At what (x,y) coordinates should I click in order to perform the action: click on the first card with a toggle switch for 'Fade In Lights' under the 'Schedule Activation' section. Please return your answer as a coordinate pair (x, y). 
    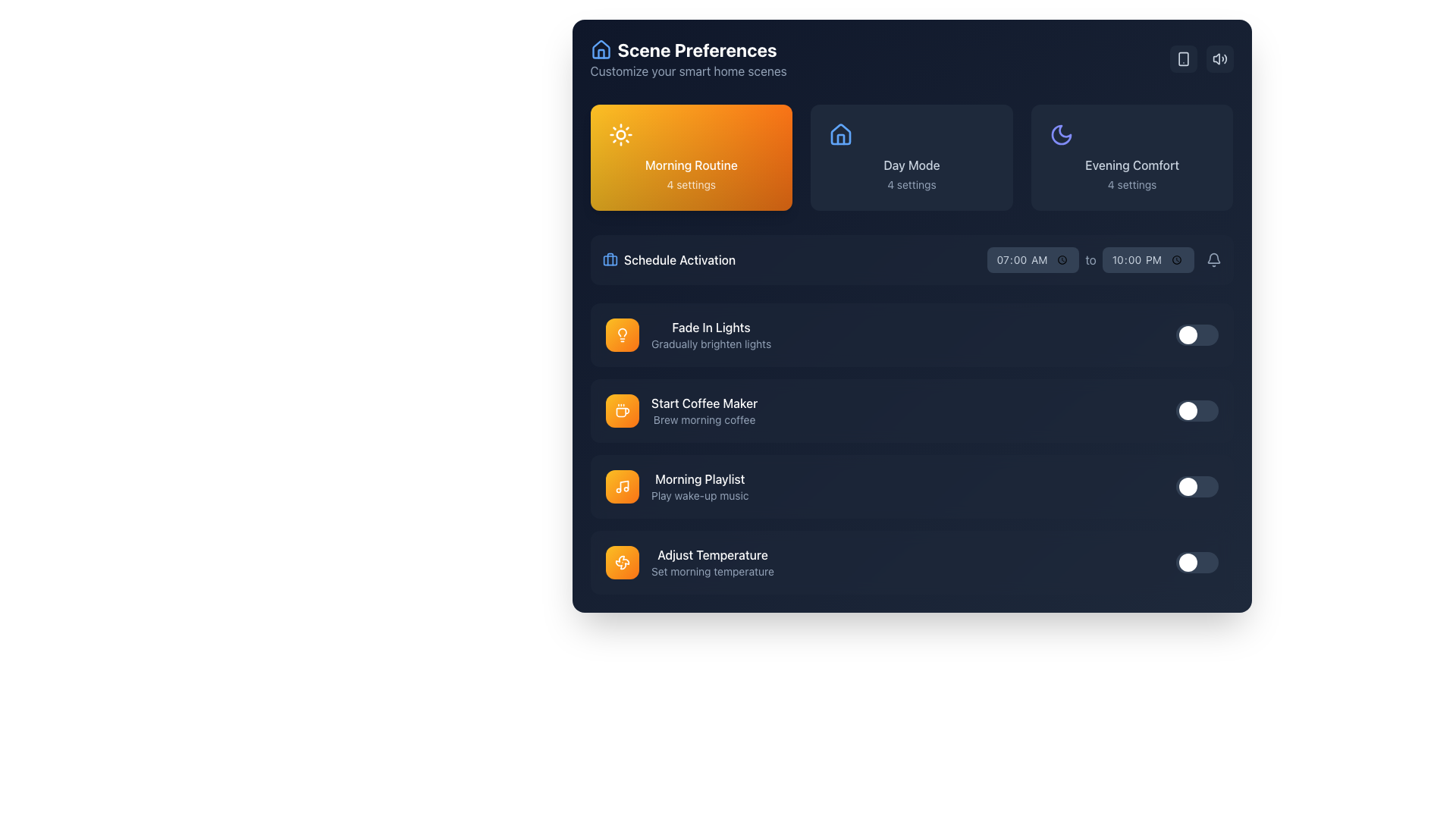
    Looking at the image, I should click on (911, 334).